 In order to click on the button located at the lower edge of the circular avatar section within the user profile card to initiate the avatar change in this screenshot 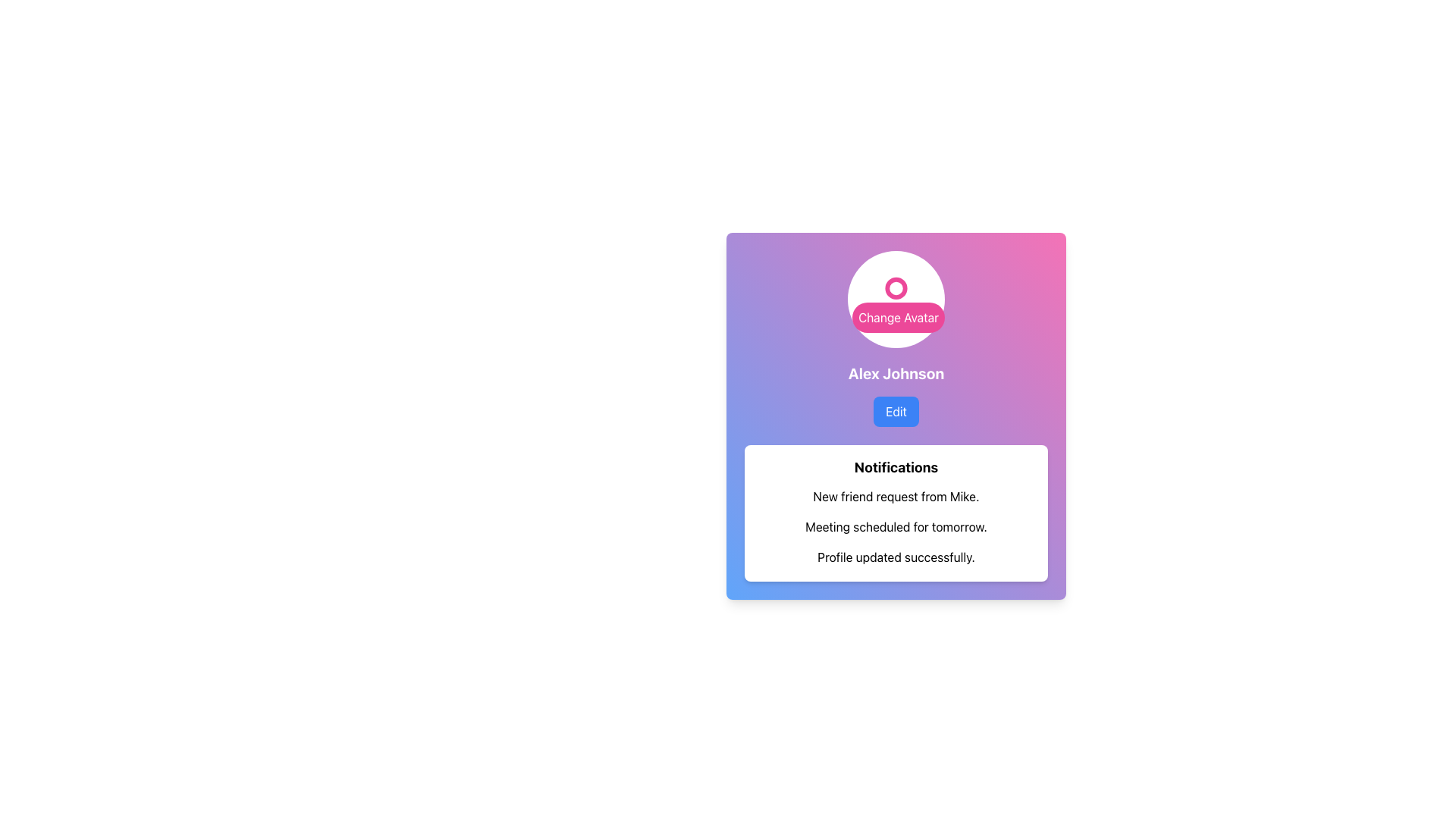, I will do `click(899, 317)`.